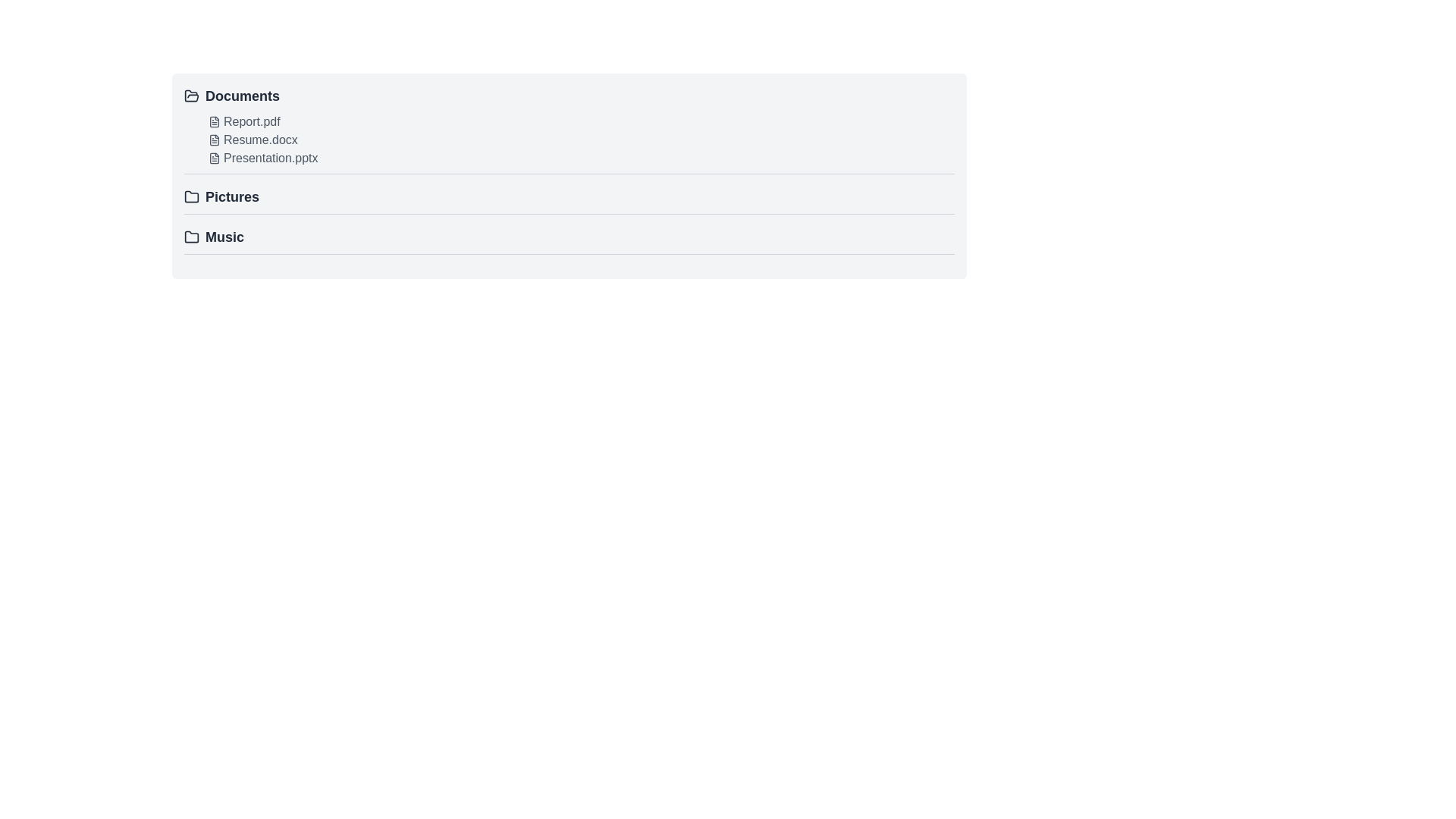 This screenshot has height=819, width=1456. I want to click on the 'Documents' text link with a folder icon, which is the first item in the vertical list and styled with bold, large-sized font, so click(231, 96).